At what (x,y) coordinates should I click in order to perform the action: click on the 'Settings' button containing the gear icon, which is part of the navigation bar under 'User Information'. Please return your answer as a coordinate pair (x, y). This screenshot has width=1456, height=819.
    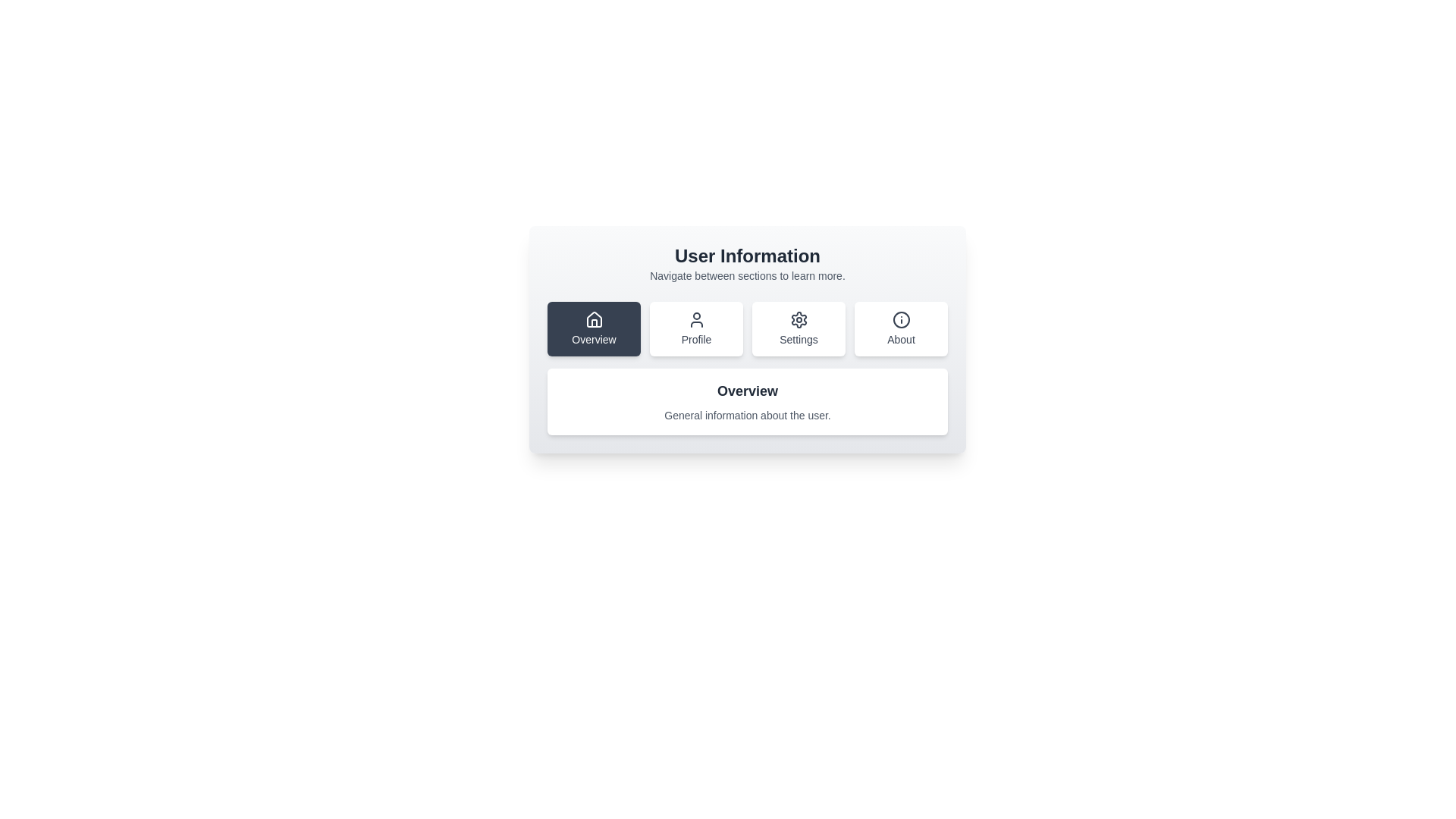
    Looking at the image, I should click on (798, 318).